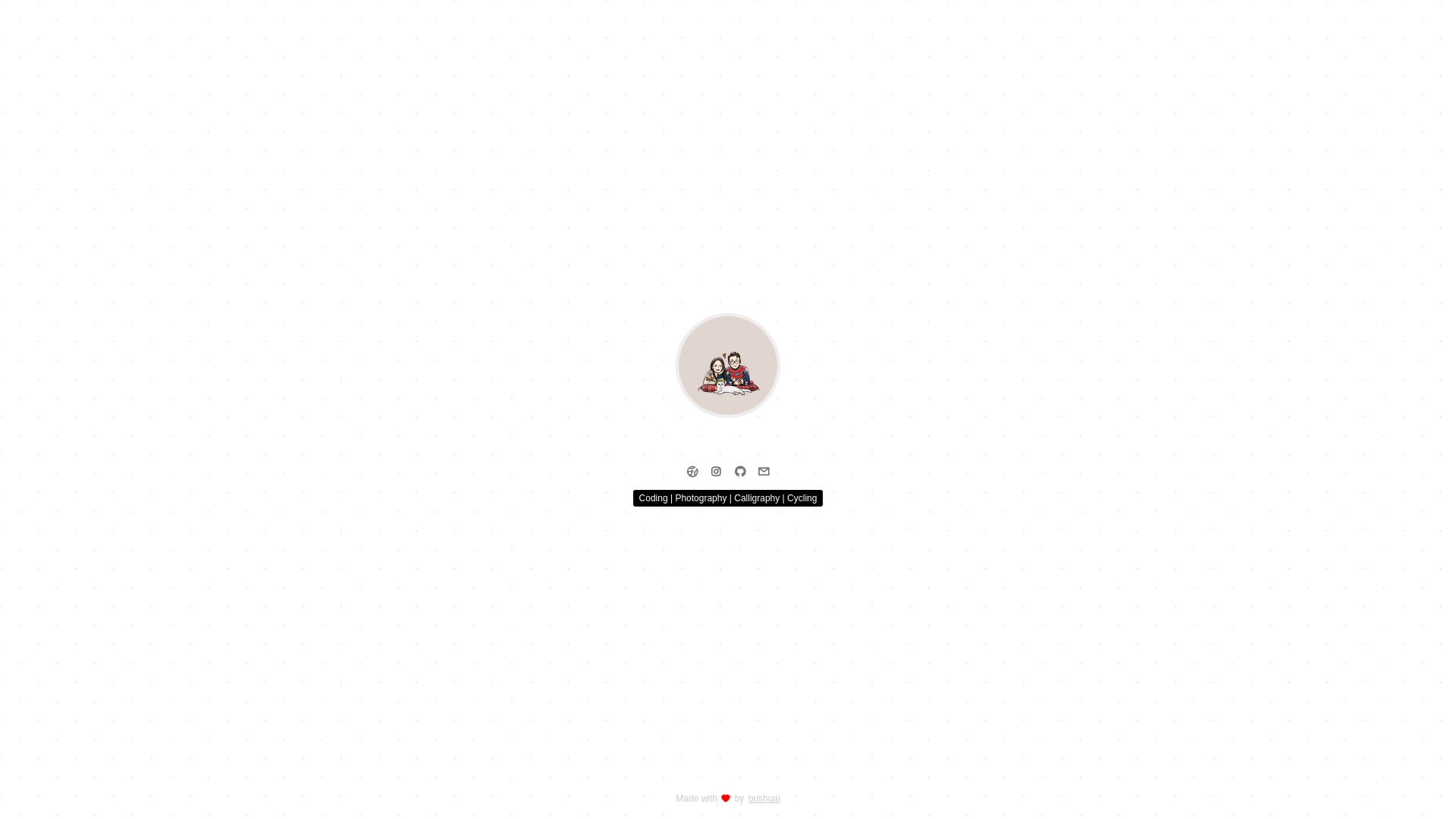 This screenshot has width=1456, height=819. I want to click on 'bushuai', so click(748, 798).